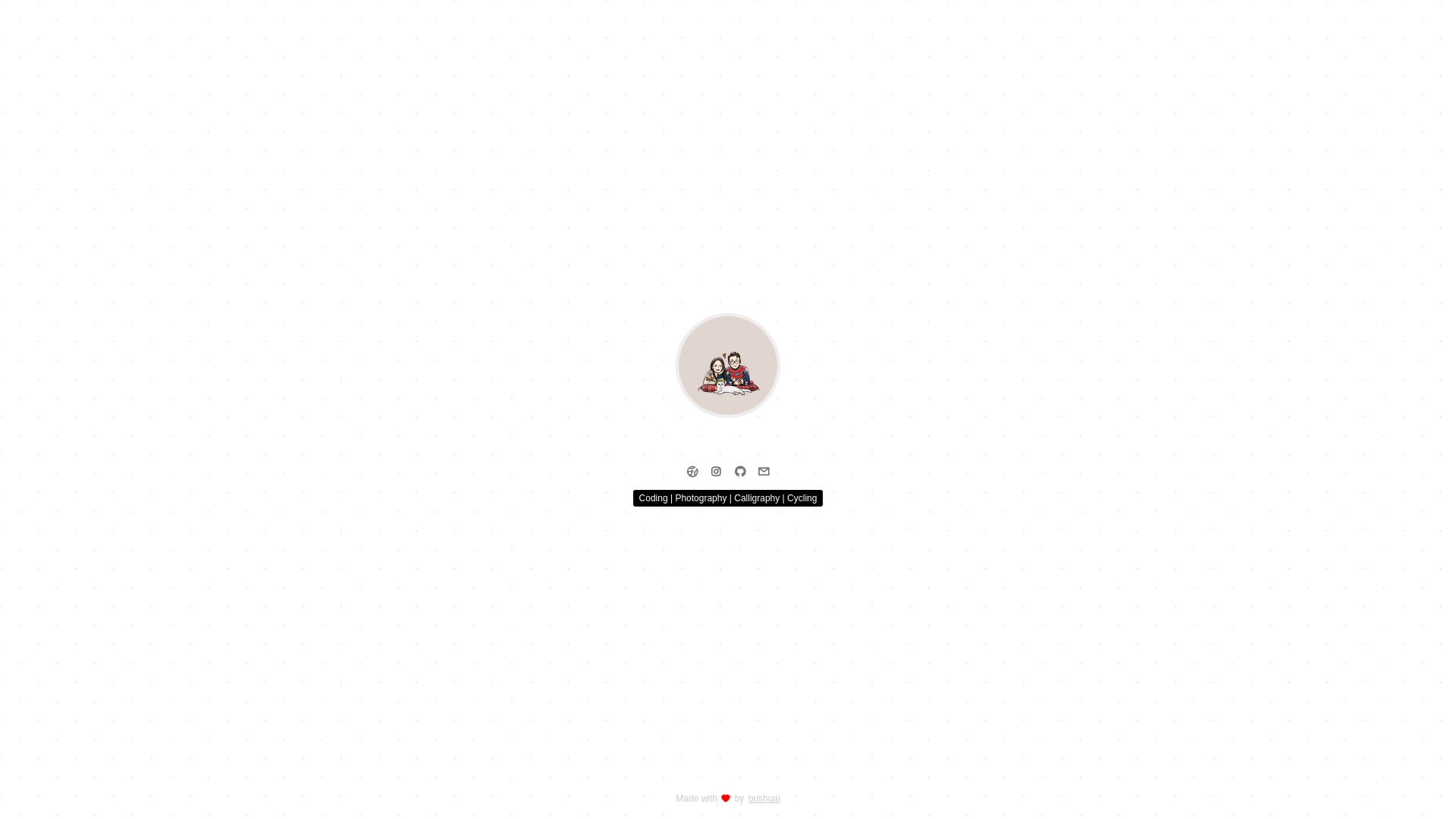 This screenshot has width=1456, height=819. I want to click on 'bushuai', so click(748, 798).